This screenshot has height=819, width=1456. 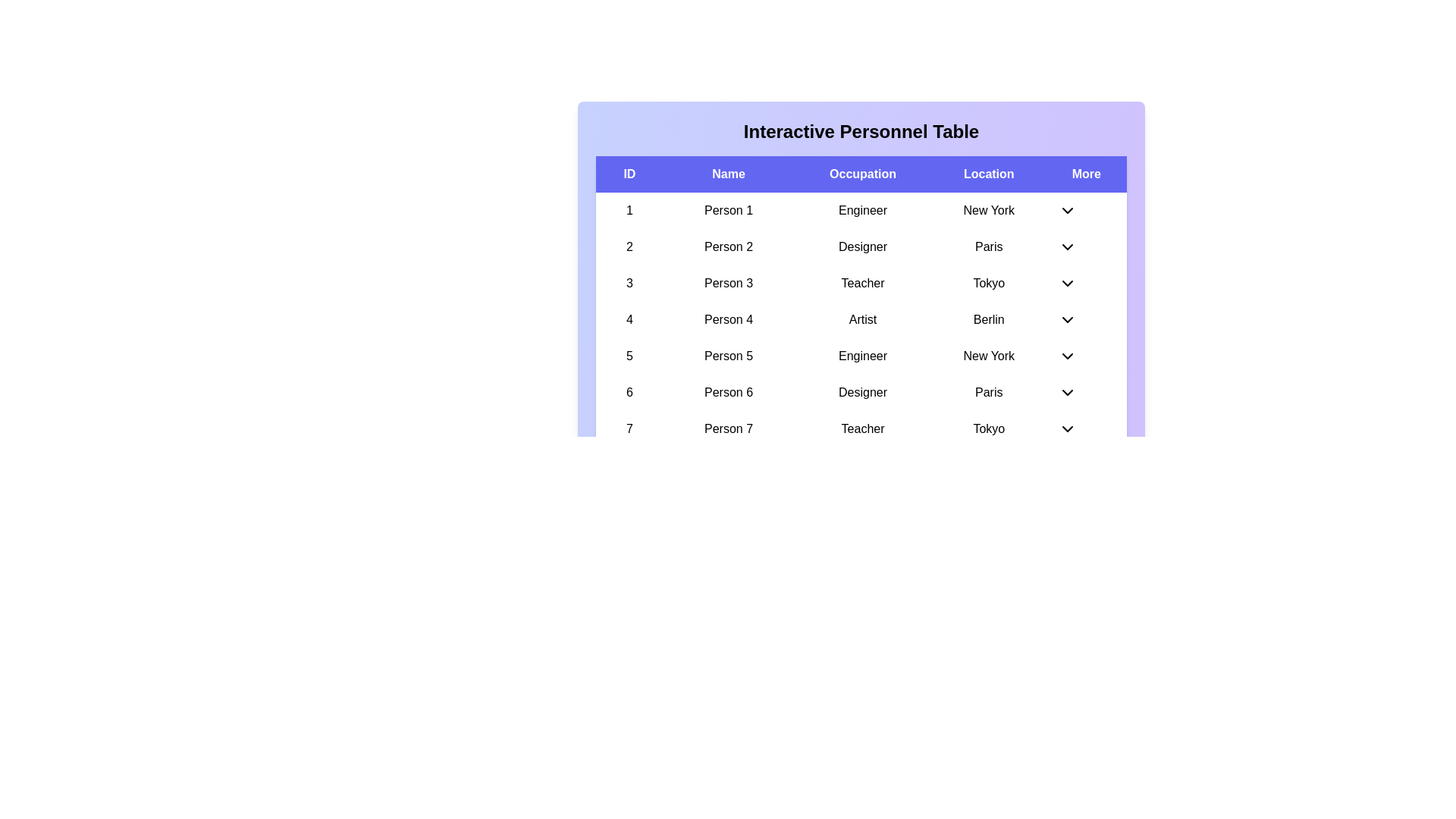 What do you see at coordinates (629, 174) in the screenshot?
I see `the column header ID to sort the table by that column` at bounding box center [629, 174].